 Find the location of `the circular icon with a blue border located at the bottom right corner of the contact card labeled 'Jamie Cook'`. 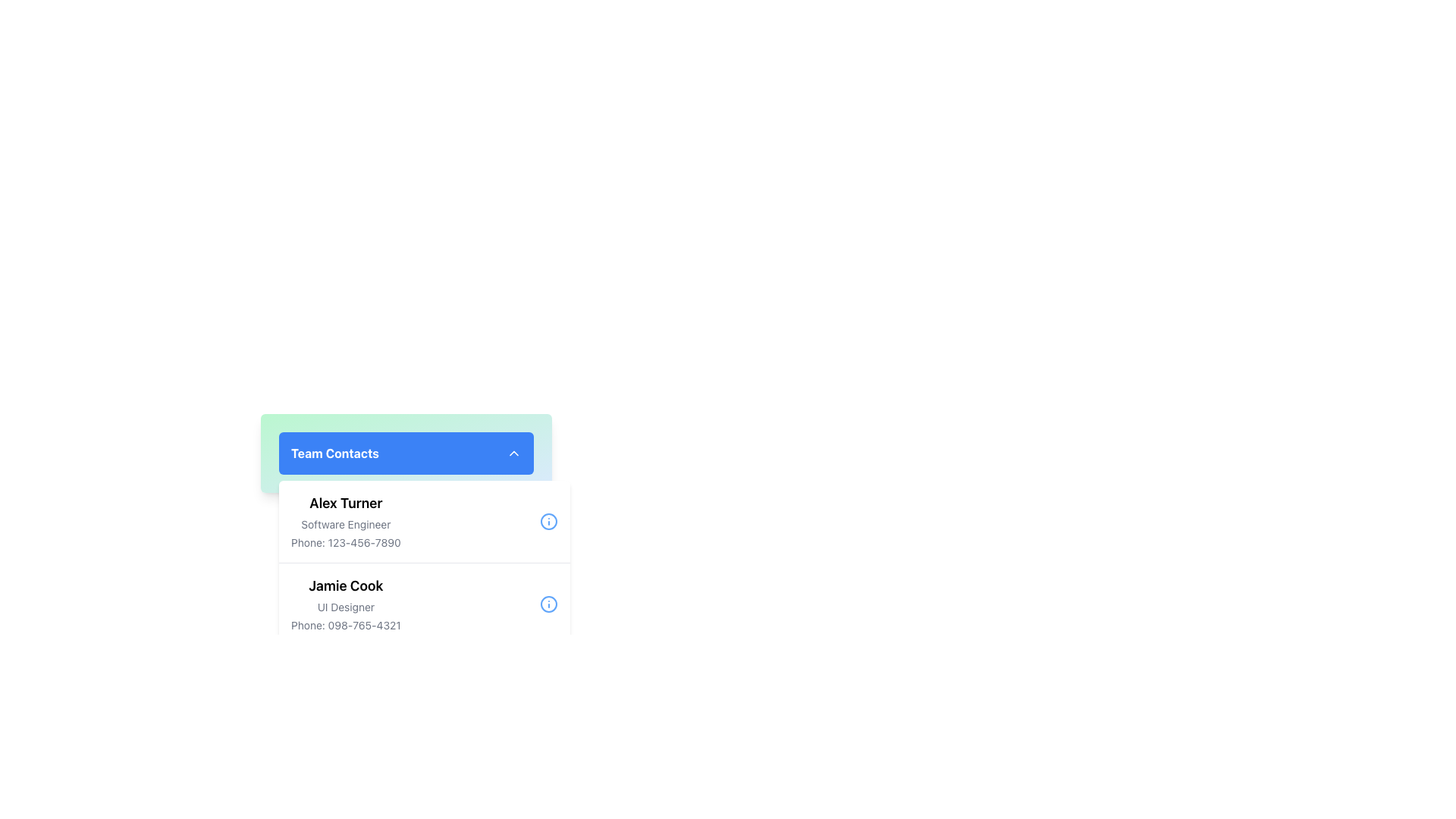

the circular icon with a blue border located at the bottom right corner of the contact card labeled 'Jamie Cook' is located at coordinates (548, 520).